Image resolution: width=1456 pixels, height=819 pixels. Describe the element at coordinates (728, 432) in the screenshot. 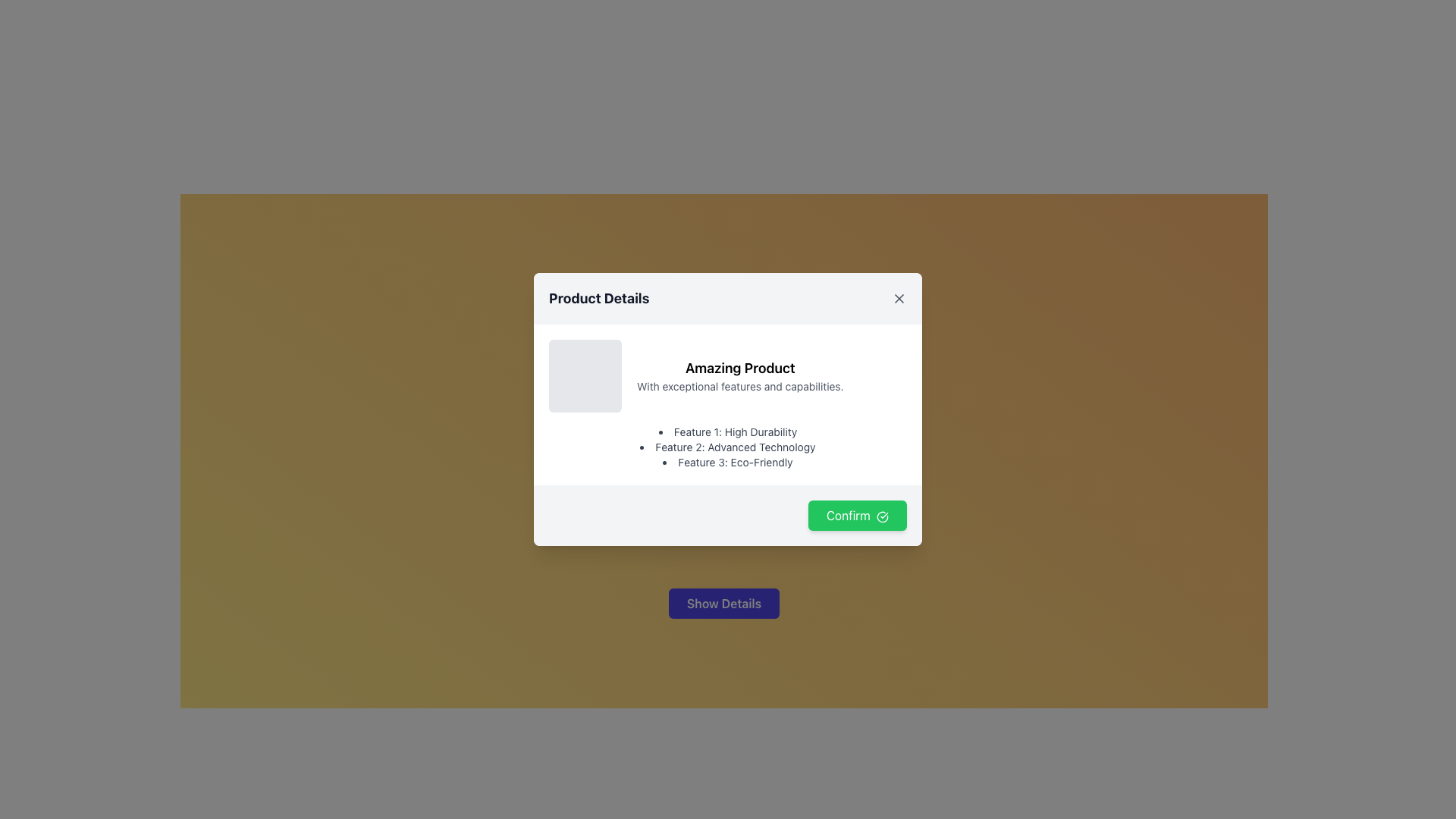

I see `the first text element in the bulleted list of product features, located just below the title 'Amazing Product' in the modal overlay` at that location.